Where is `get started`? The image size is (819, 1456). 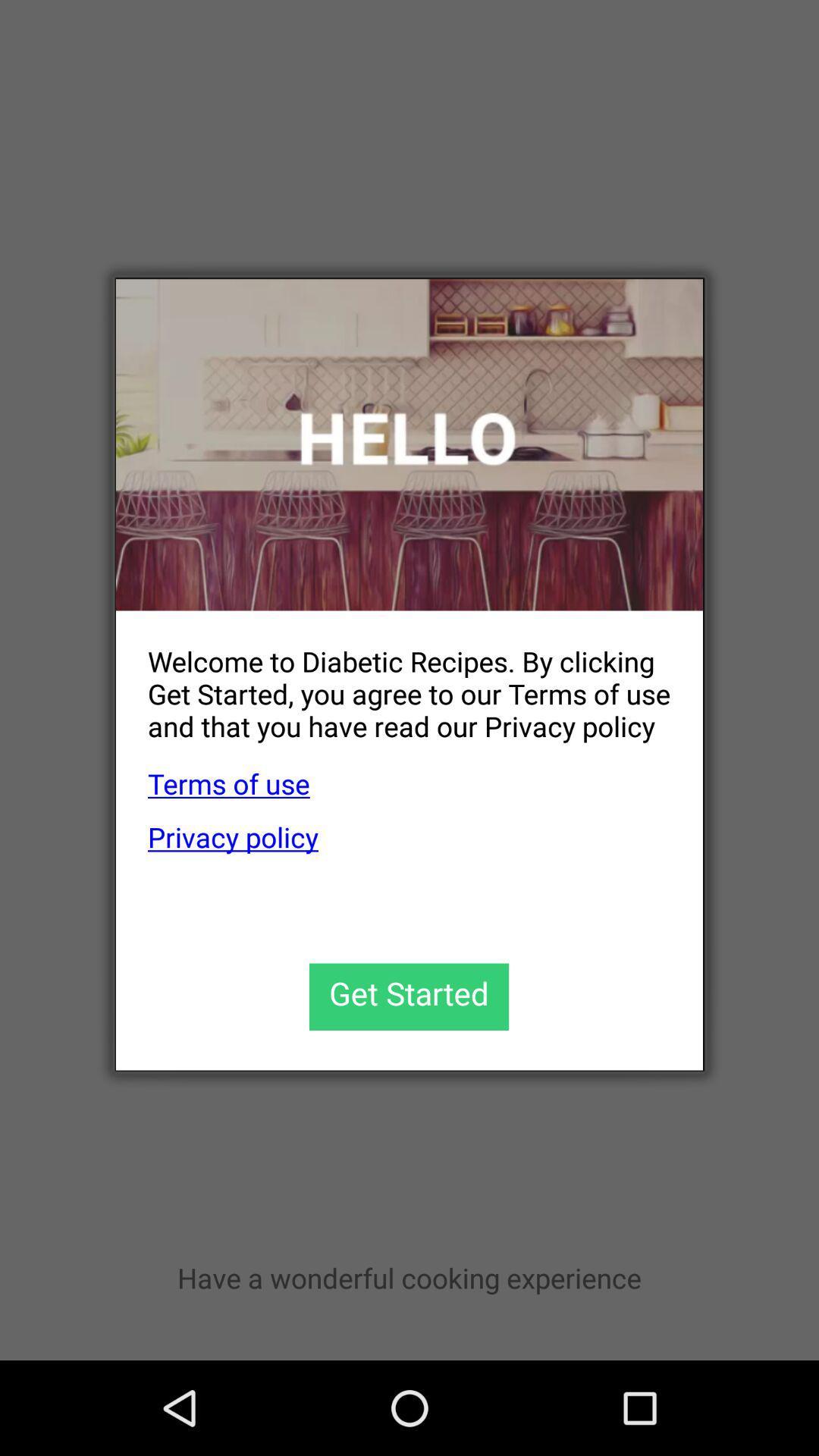 get started is located at coordinates (408, 996).